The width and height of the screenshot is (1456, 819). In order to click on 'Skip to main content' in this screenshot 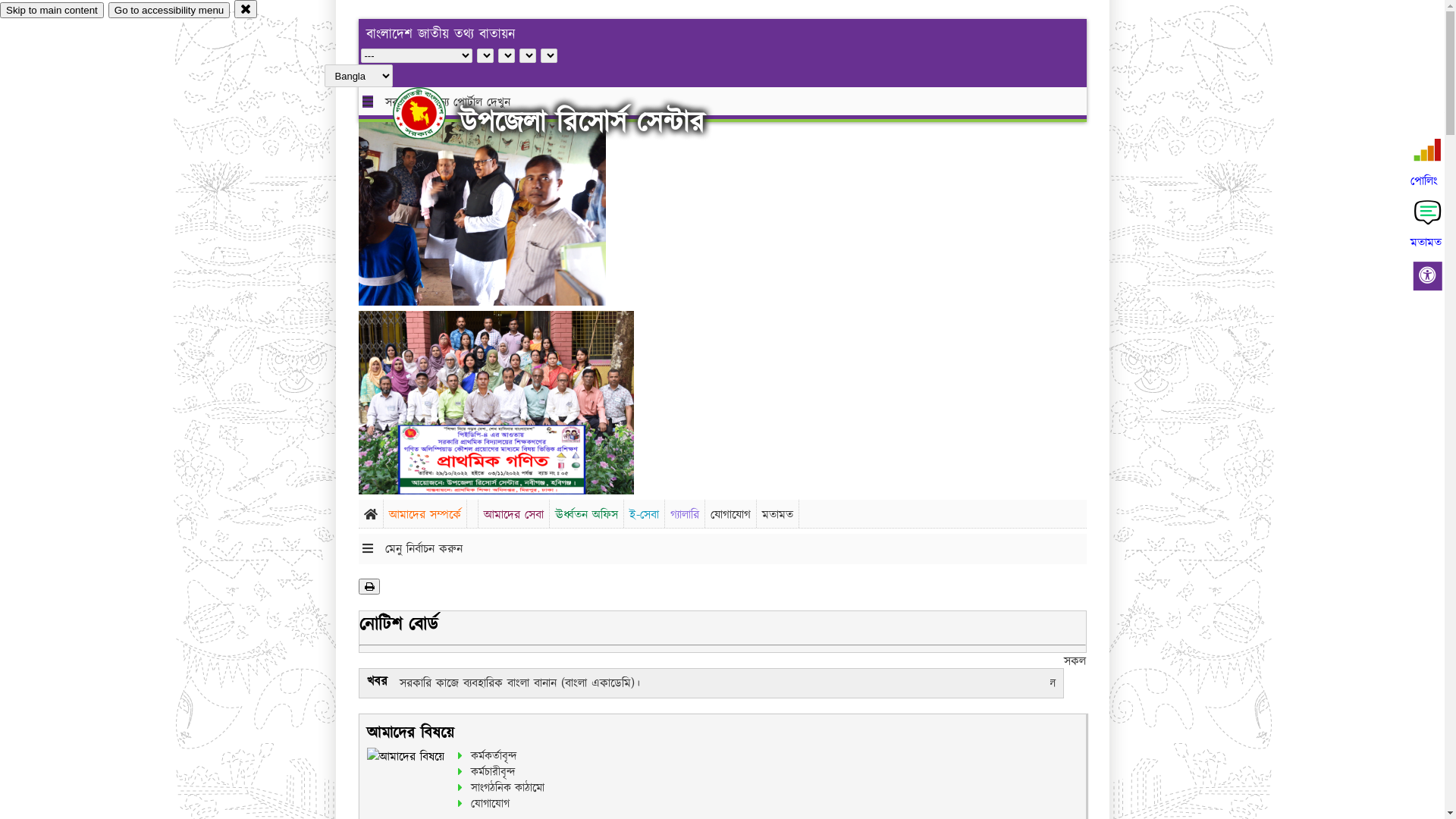, I will do `click(52, 10)`.